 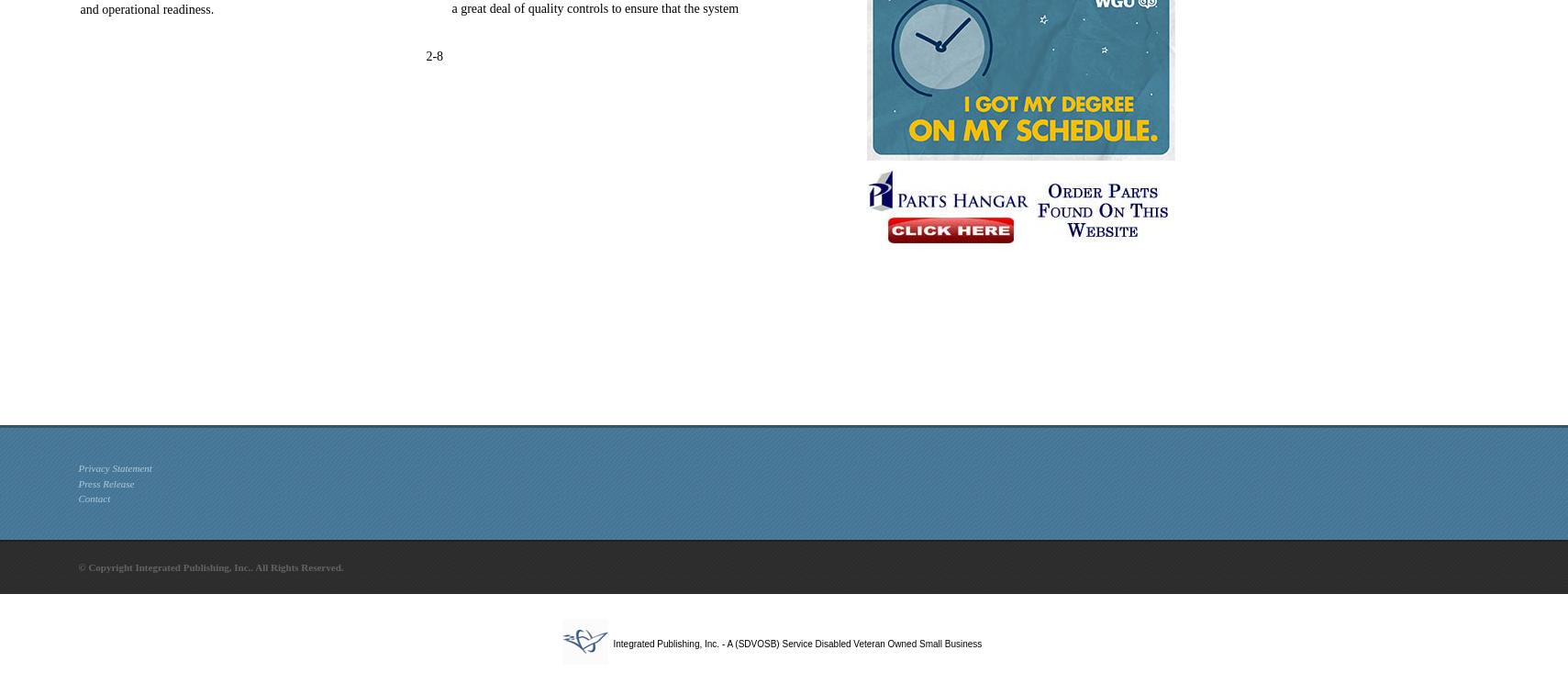 I want to click on 'Contact', so click(x=93, y=498).